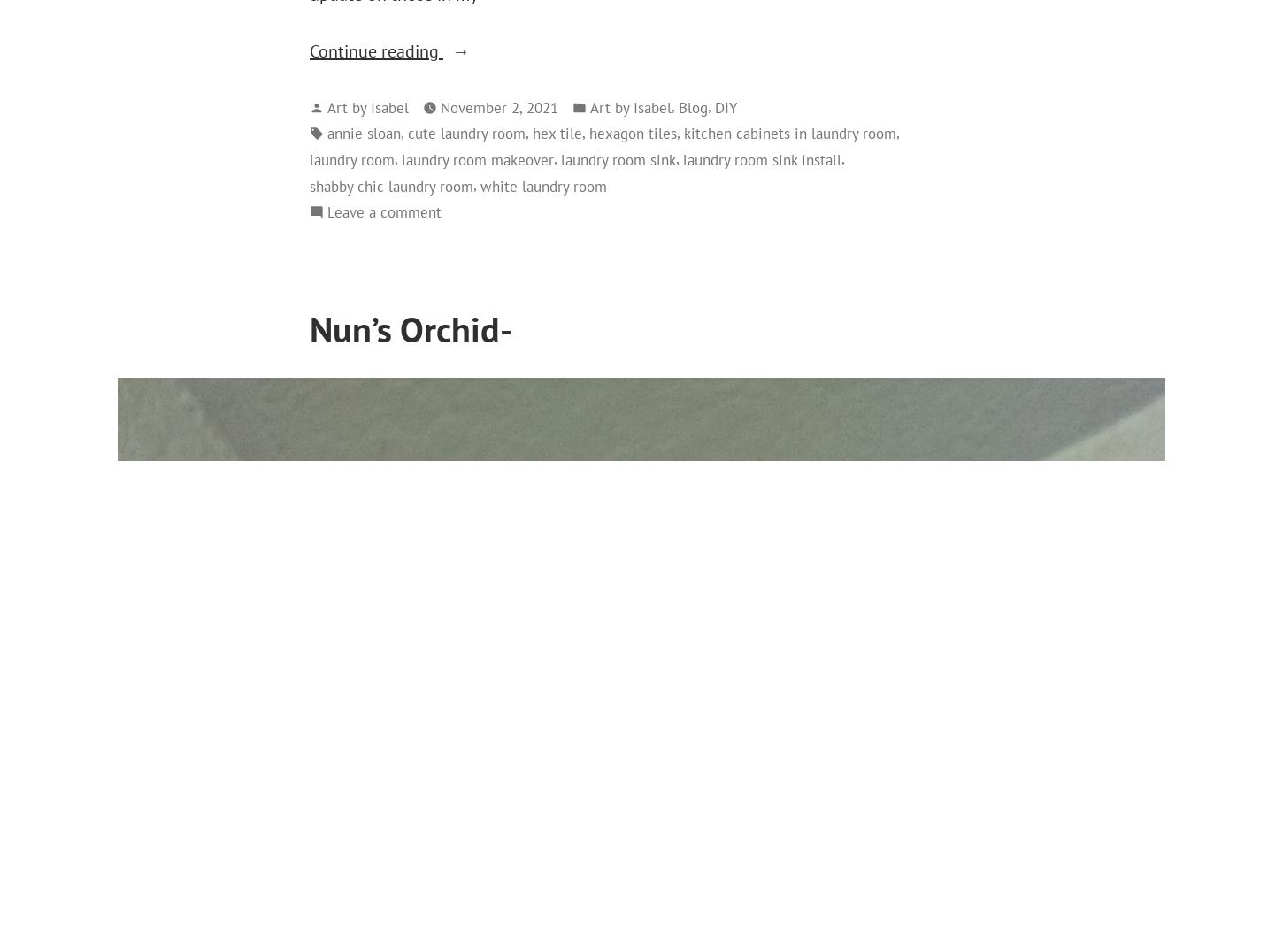 The height and width of the screenshot is (952, 1283). What do you see at coordinates (310, 158) in the screenshot?
I see `'laundry room'` at bounding box center [310, 158].